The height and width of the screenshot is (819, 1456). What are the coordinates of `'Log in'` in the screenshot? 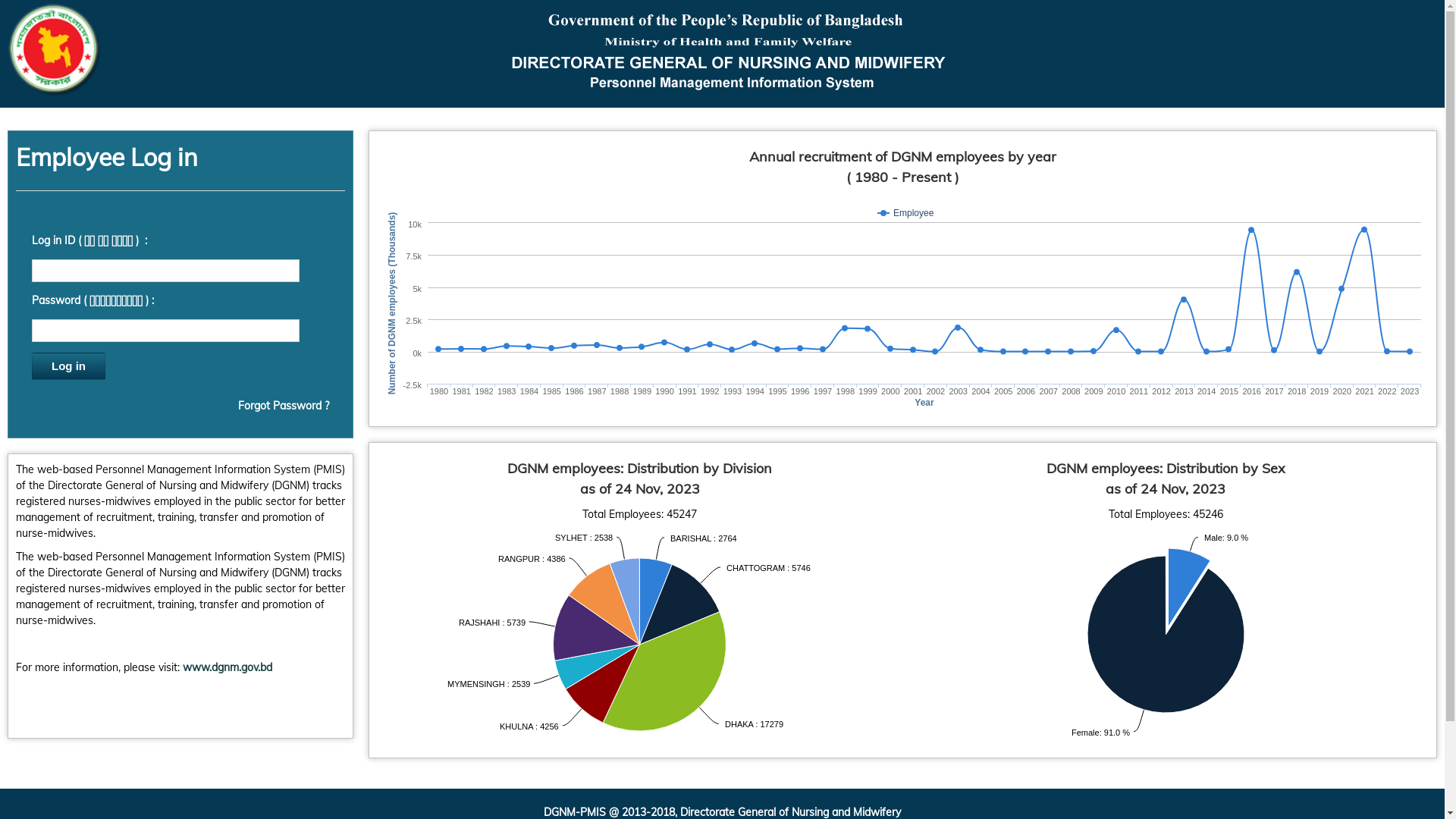 It's located at (32, 366).